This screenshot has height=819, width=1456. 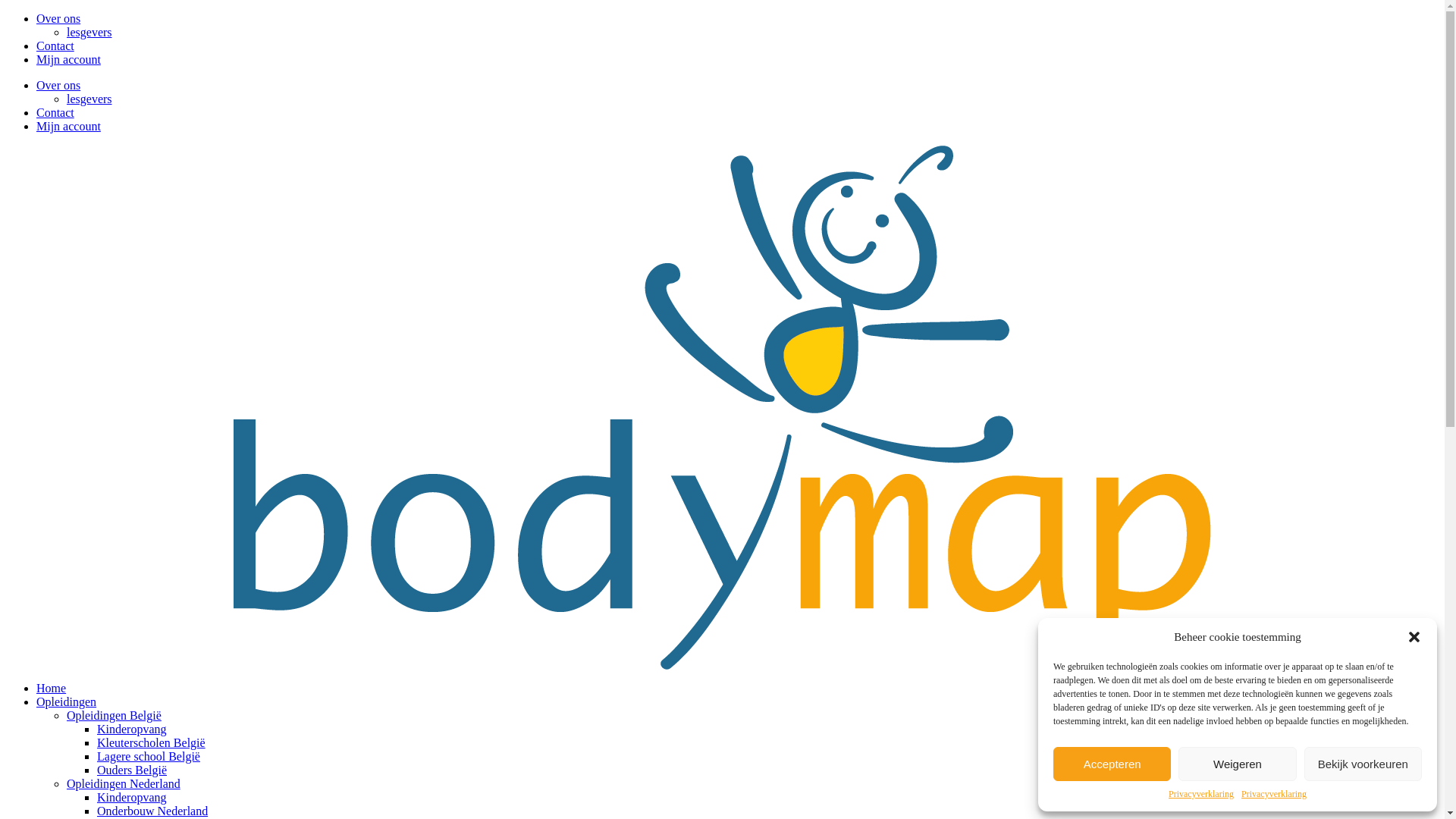 I want to click on 'Onderbouw Nederland', so click(x=96, y=810).